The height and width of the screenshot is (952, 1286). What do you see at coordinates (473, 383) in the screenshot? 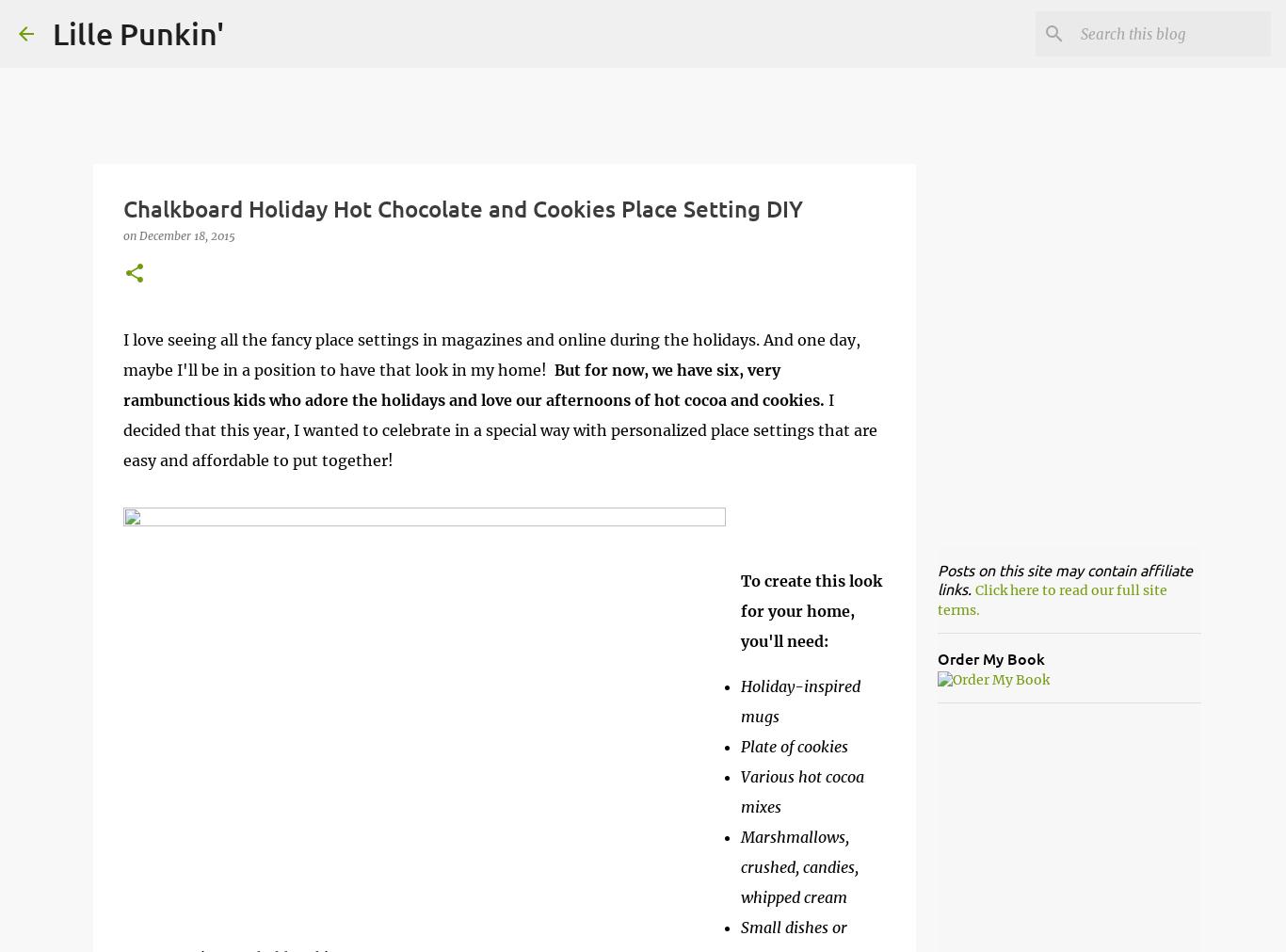
I see `'But for now, we have six, very rambunctious kids who adore the holidays and love our afternoons of hot cocoa and cookies.'` at bounding box center [473, 383].